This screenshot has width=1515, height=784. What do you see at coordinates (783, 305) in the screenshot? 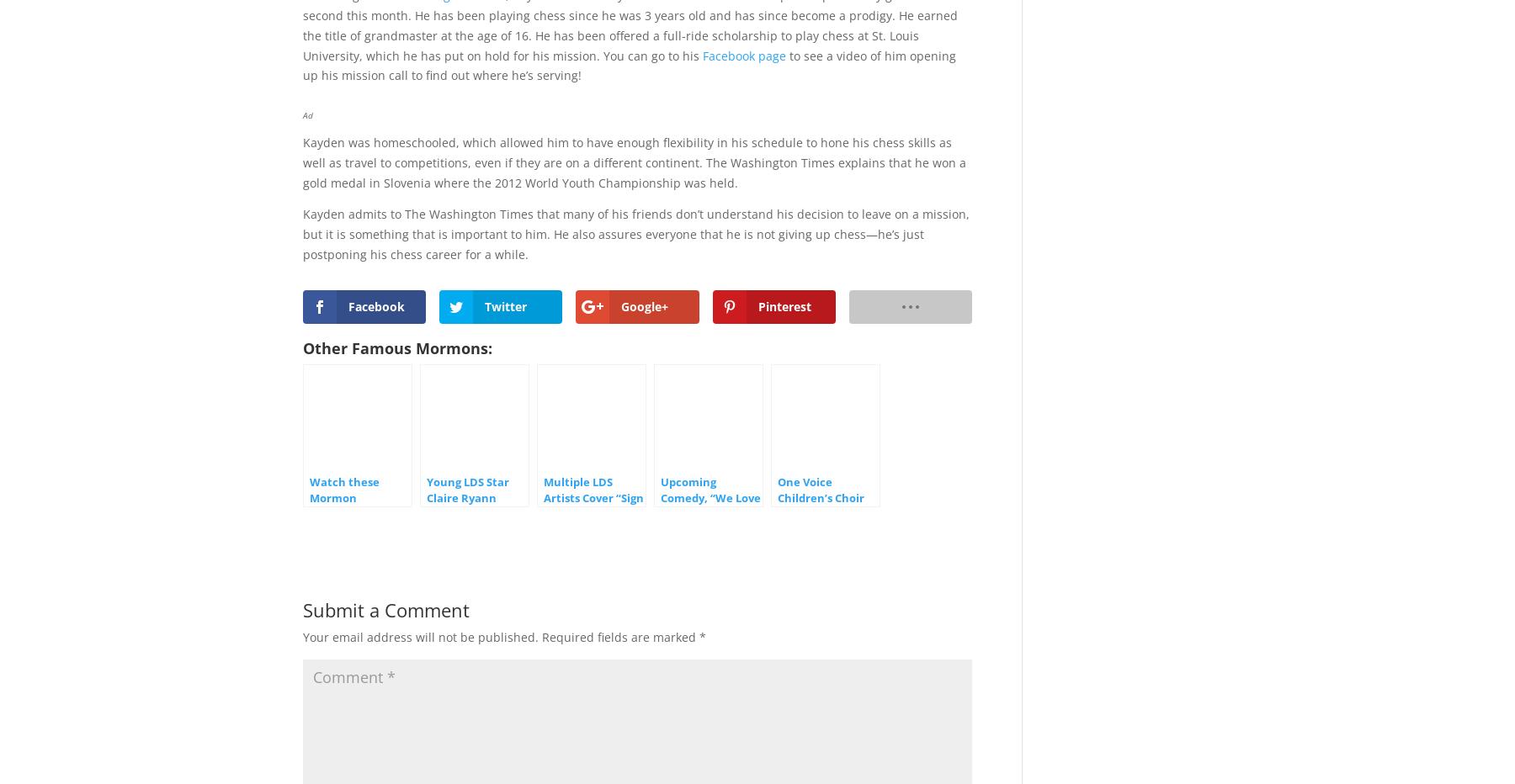
I see `'Pinterest'` at bounding box center [783, 305].